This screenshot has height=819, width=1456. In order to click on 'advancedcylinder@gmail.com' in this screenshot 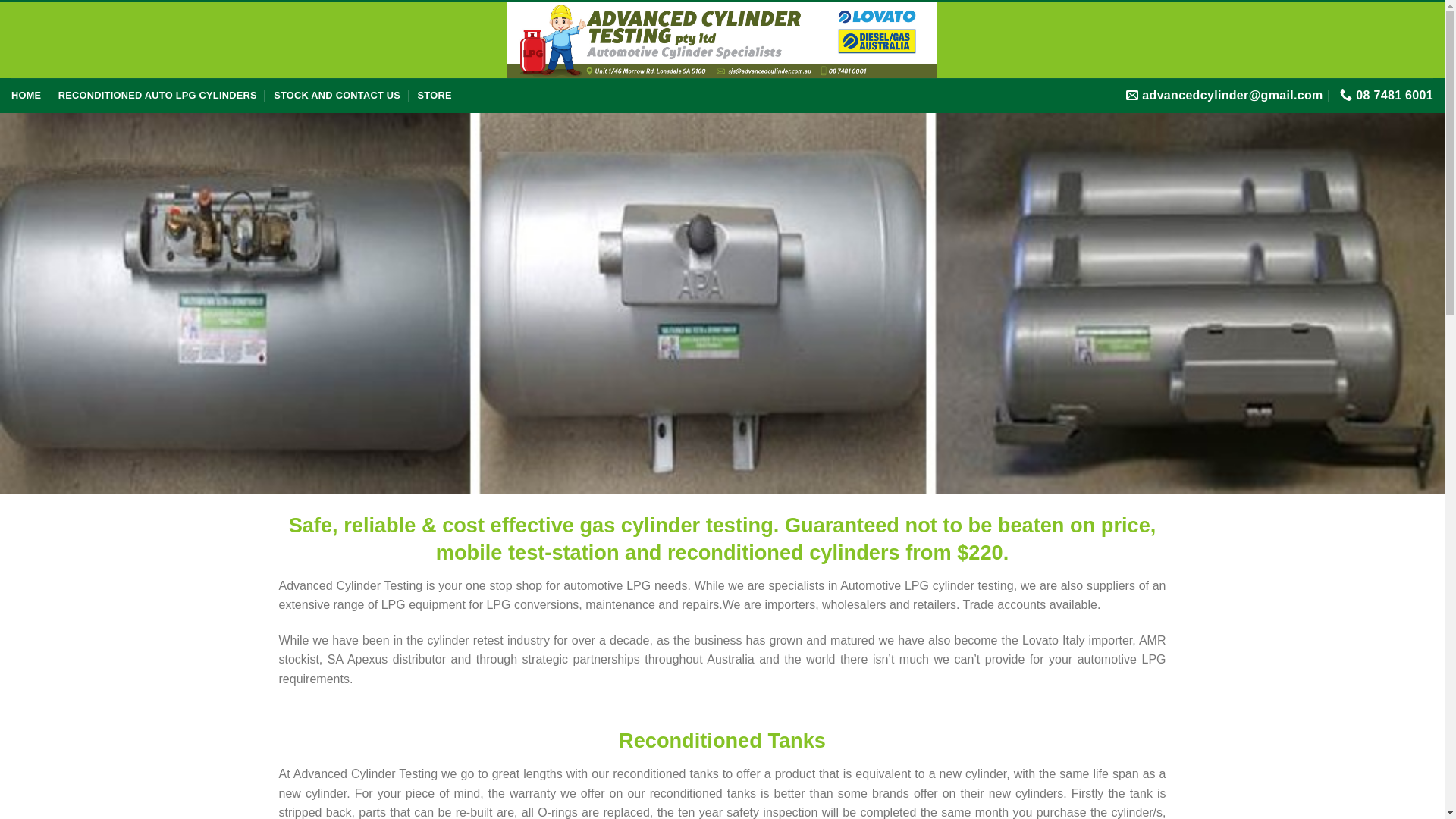, I will do `click(1224, 96)`.